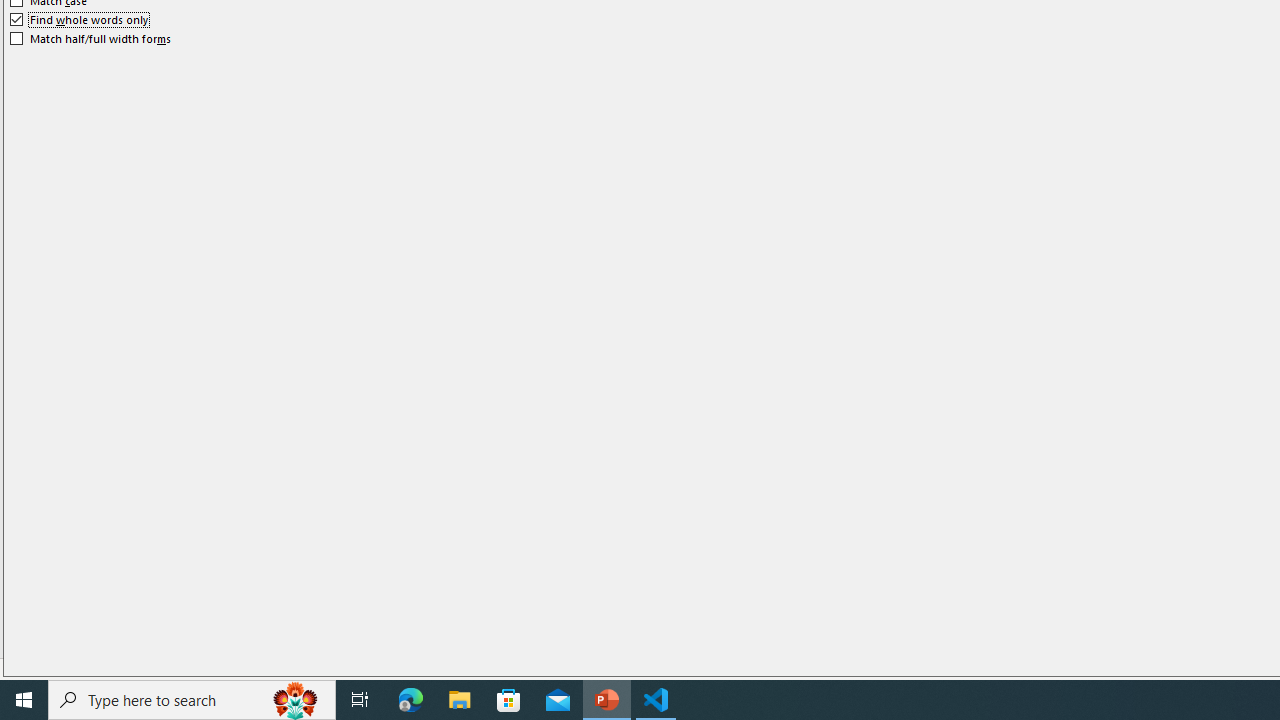 This screenshot has width=1280, height=720. I want to click on 'Match half/full width forms', so click(90, 38).